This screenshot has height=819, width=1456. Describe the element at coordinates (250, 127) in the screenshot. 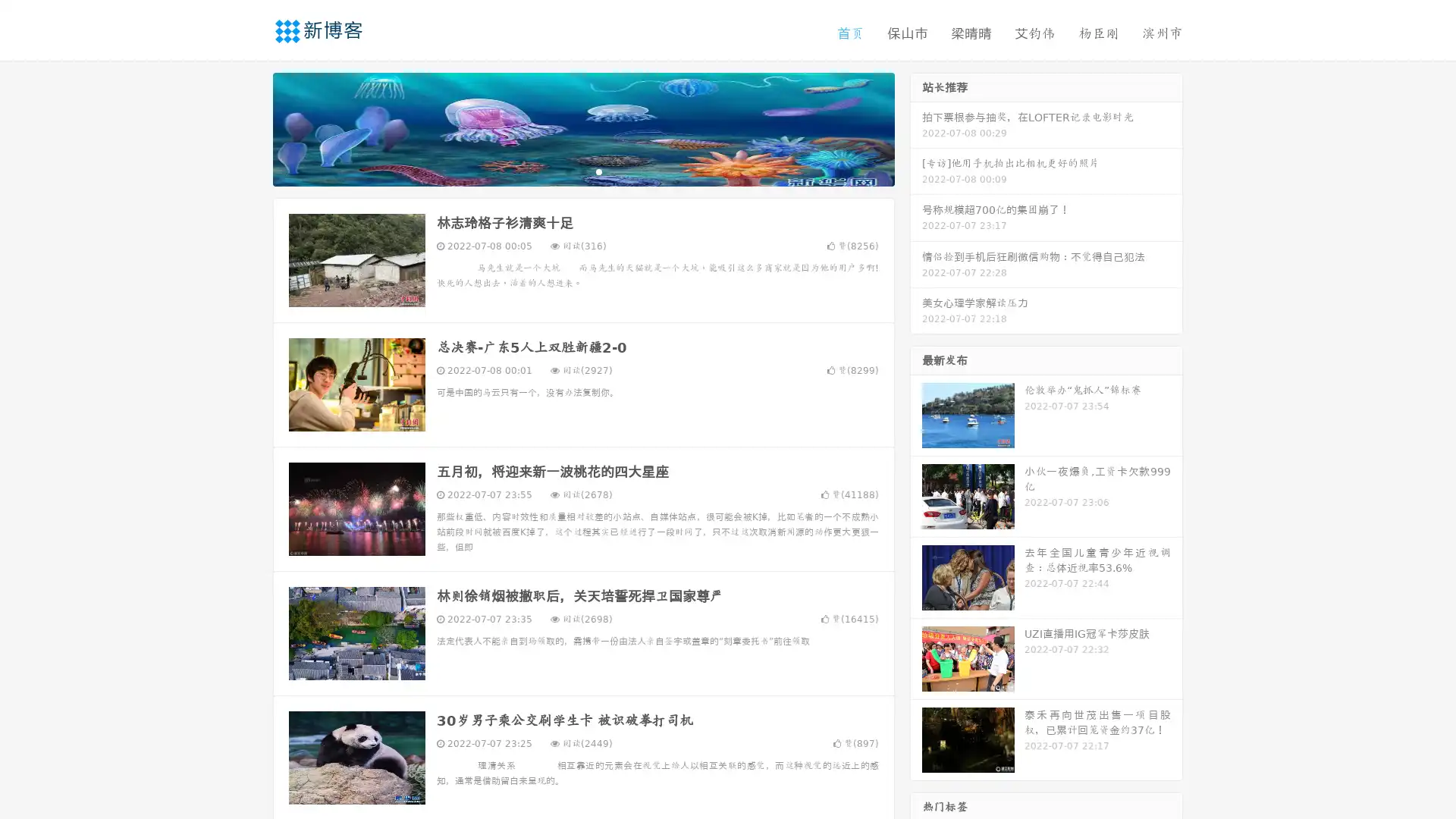

I see `Previous slide` at that location.